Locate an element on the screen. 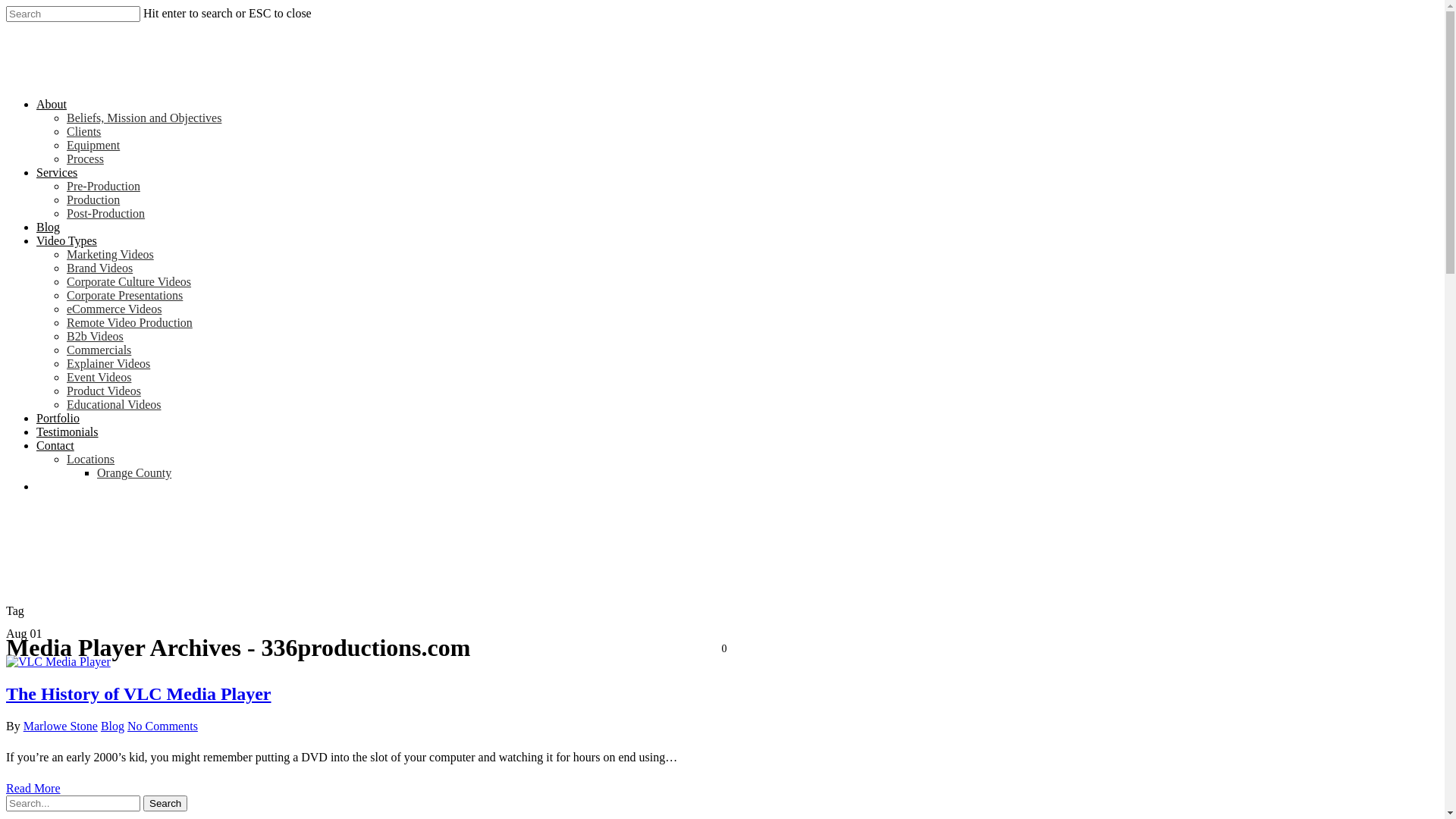 The width and height of the screenshot is (1456, 819). 'Explainer Videos' is located at coordinates (108, 363).